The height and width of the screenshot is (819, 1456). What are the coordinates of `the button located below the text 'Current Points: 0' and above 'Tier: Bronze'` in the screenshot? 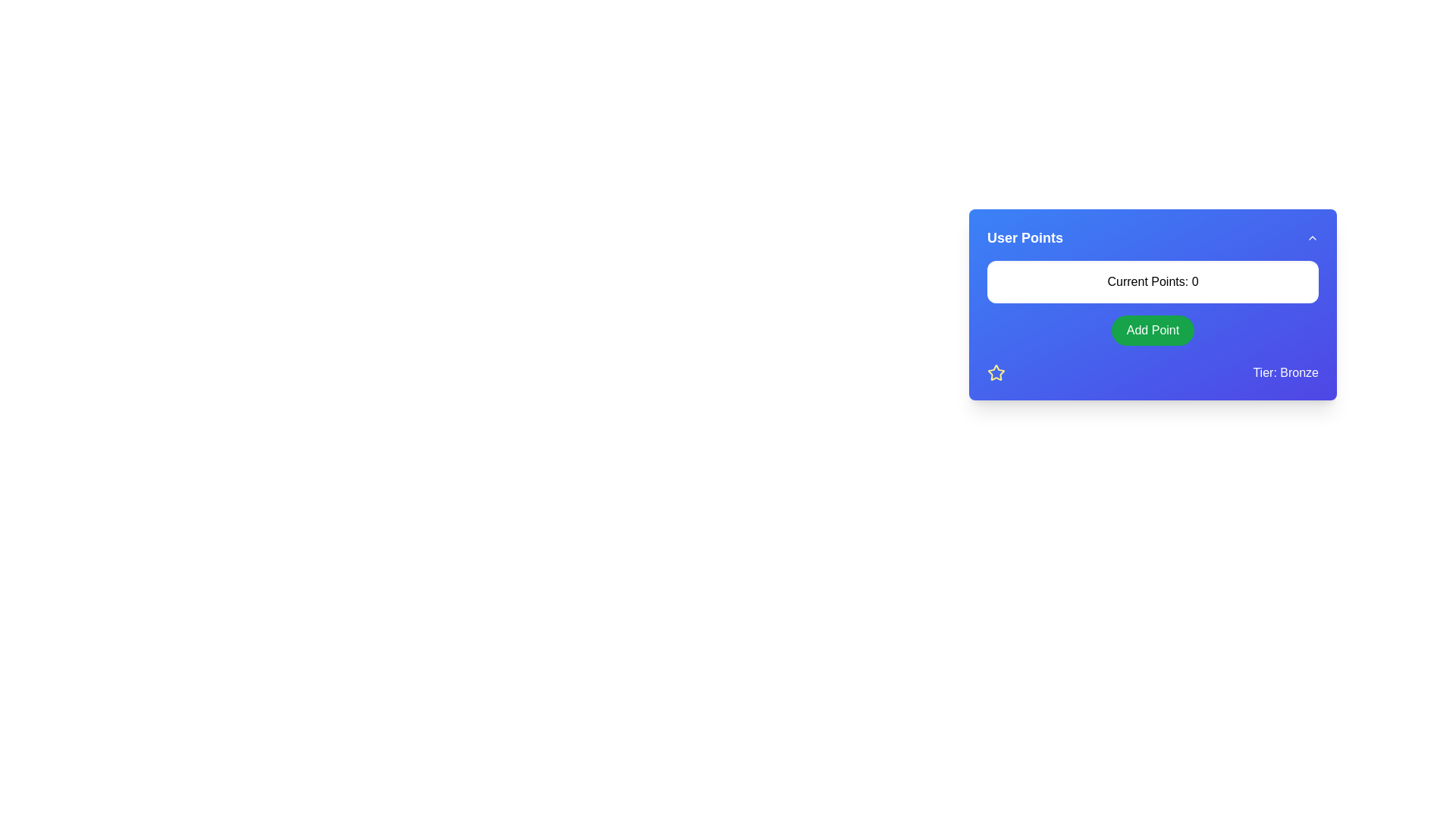 It's located at (1153, 341).